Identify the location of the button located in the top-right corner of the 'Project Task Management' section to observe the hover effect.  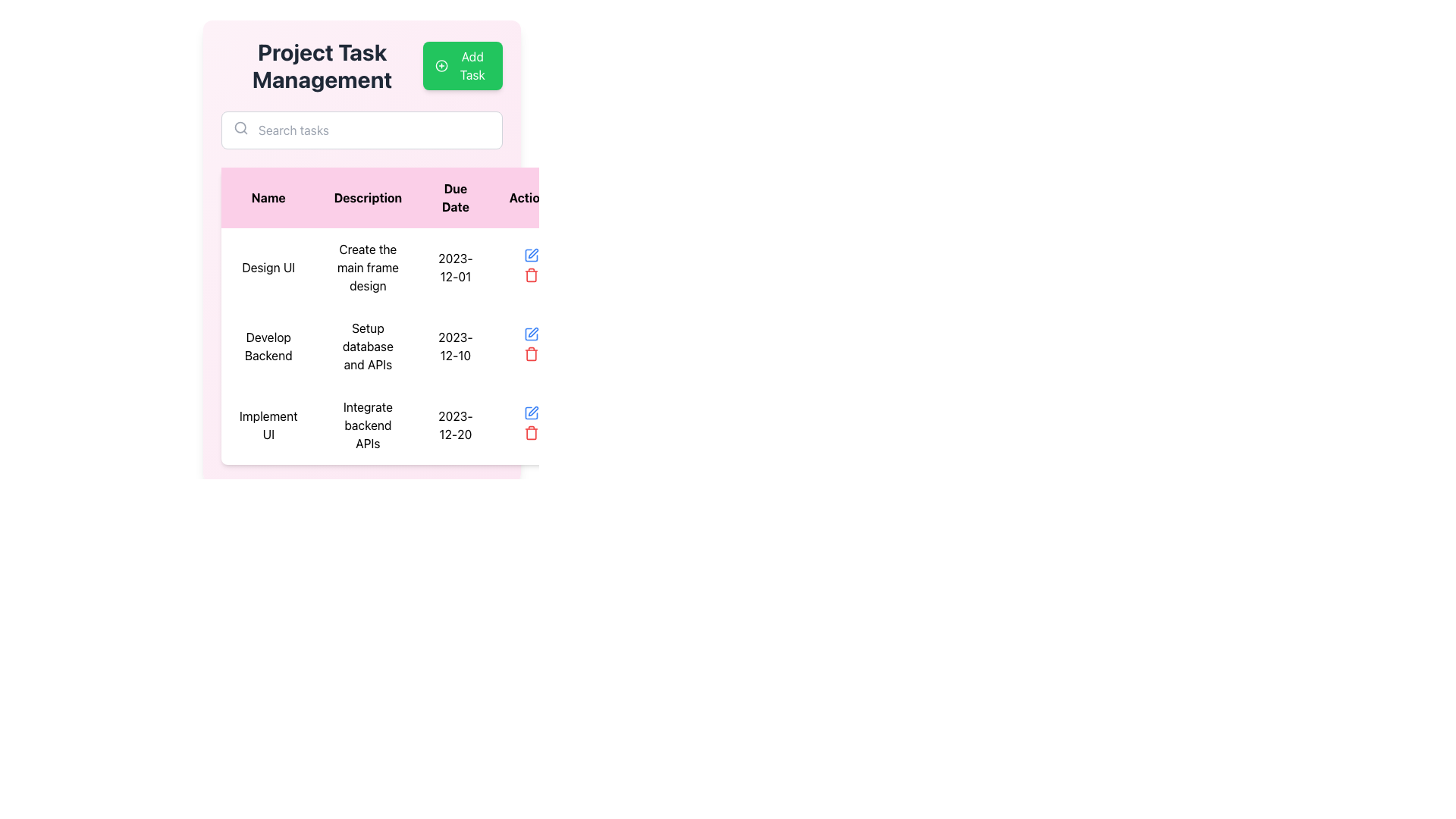
(462, 65).